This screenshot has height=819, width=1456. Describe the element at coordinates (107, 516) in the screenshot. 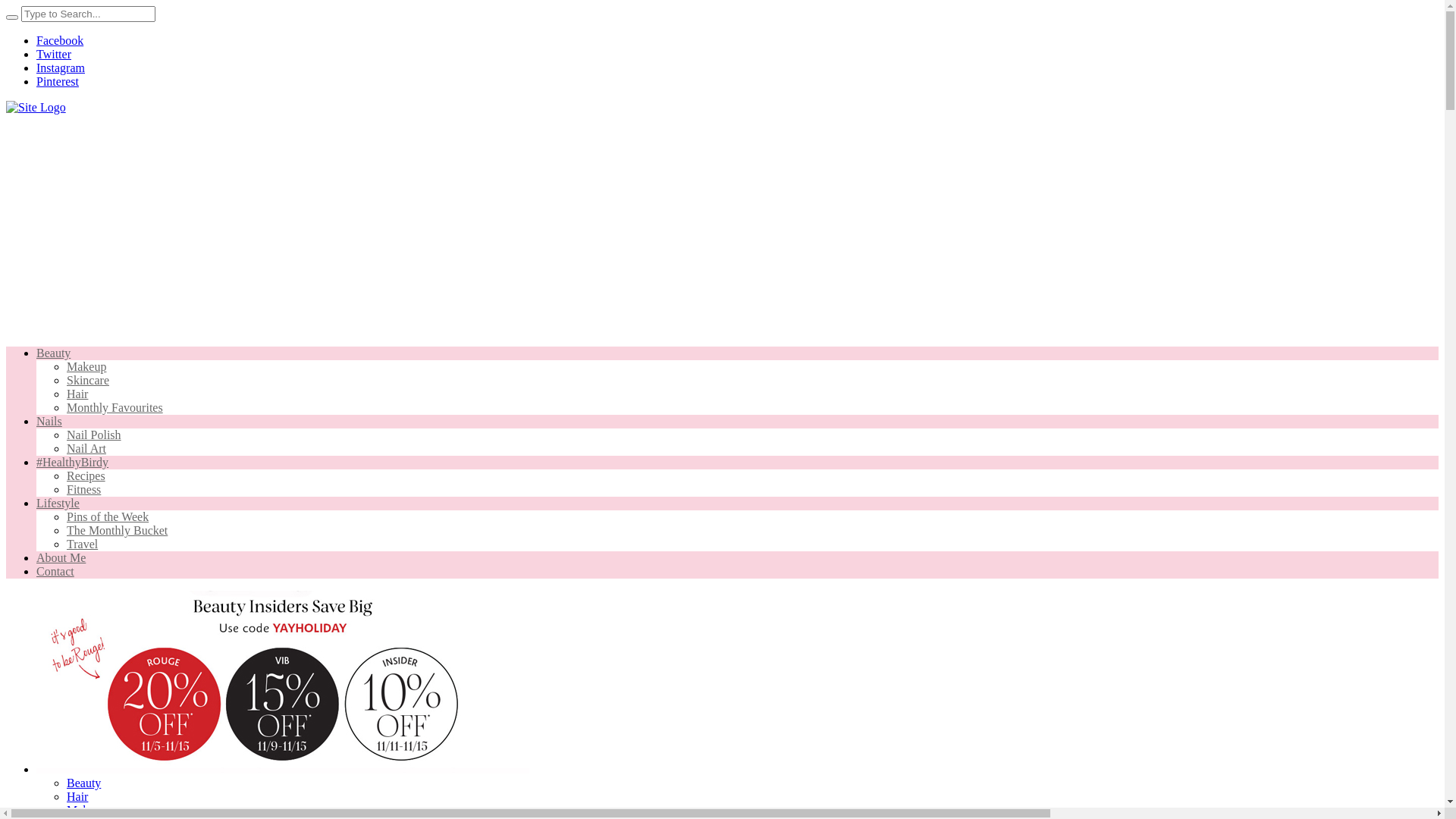

I see `'Pins of the Week'` at that location.